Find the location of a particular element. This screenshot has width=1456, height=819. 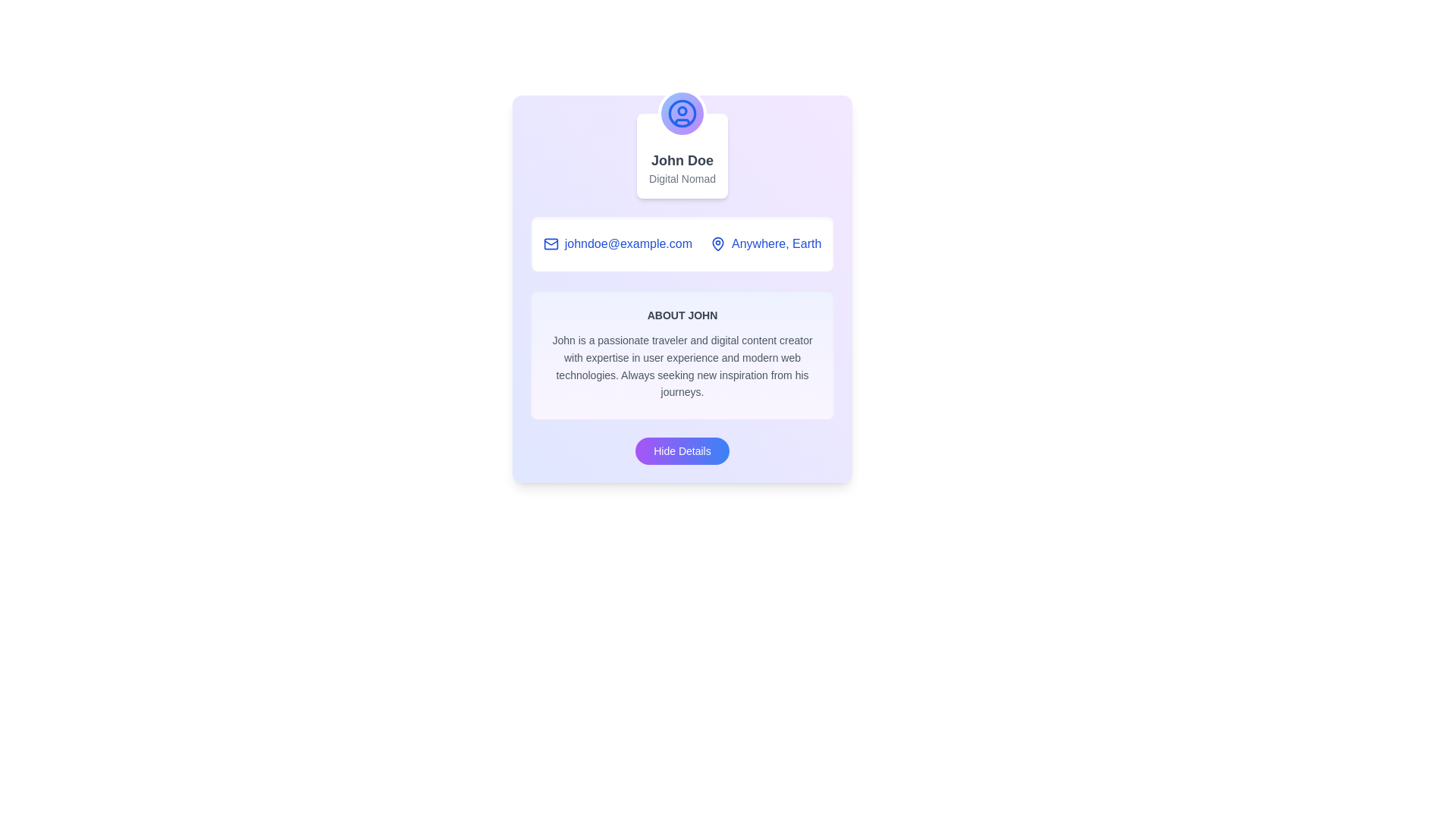

descriptive text block providing information about John, which is located below the 'About John' header and above the 'Hide Details' button is located at coordinates (682, 366).